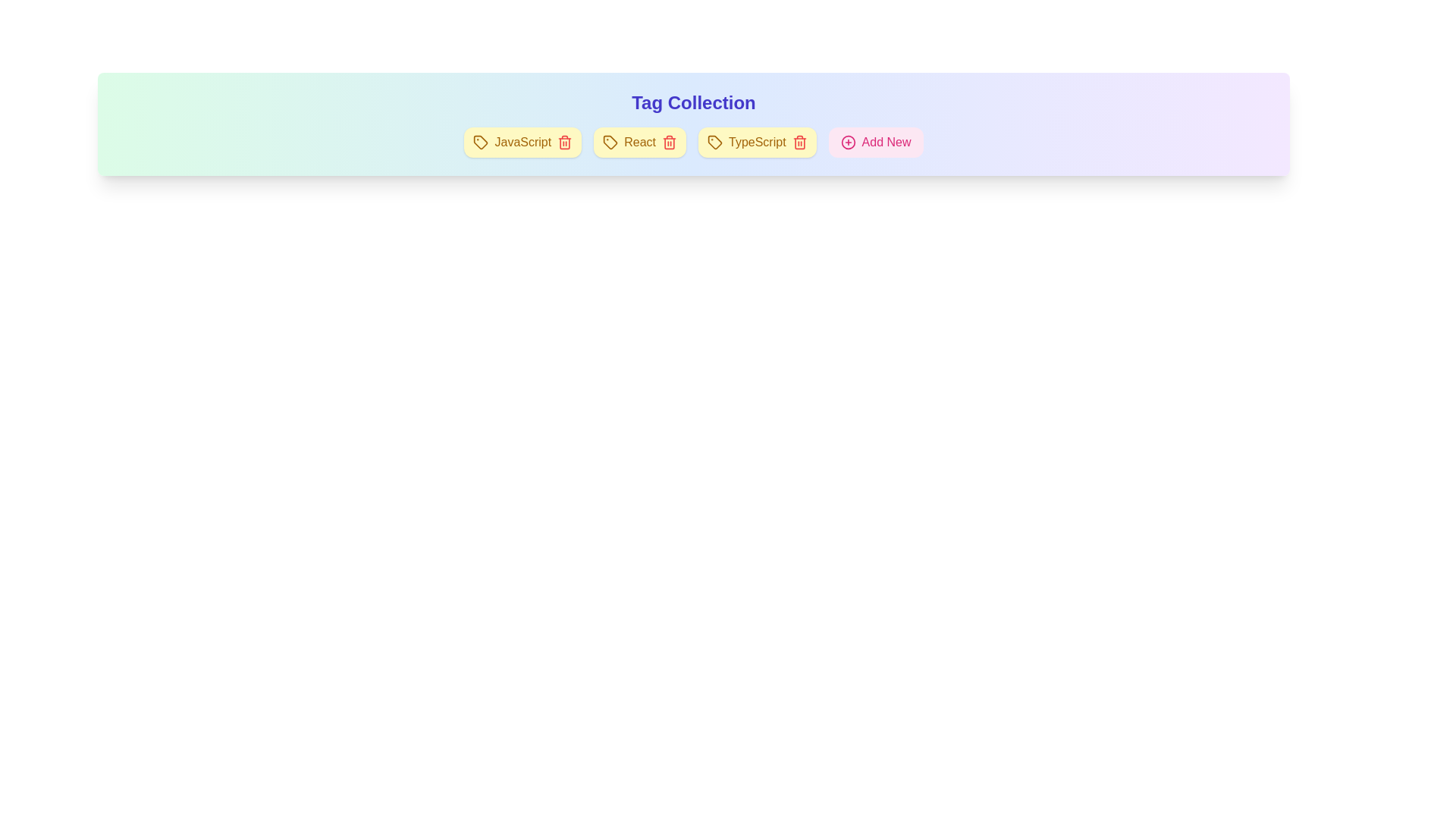  Describe the element at coordinates (640, 143) in the screenshot. I see `the non-interactive Text label for 'React', which is the second tag in the 'Tag Collection' bar, positioned between the 'JavaScript' and 'TypeScript' tags` at that location.